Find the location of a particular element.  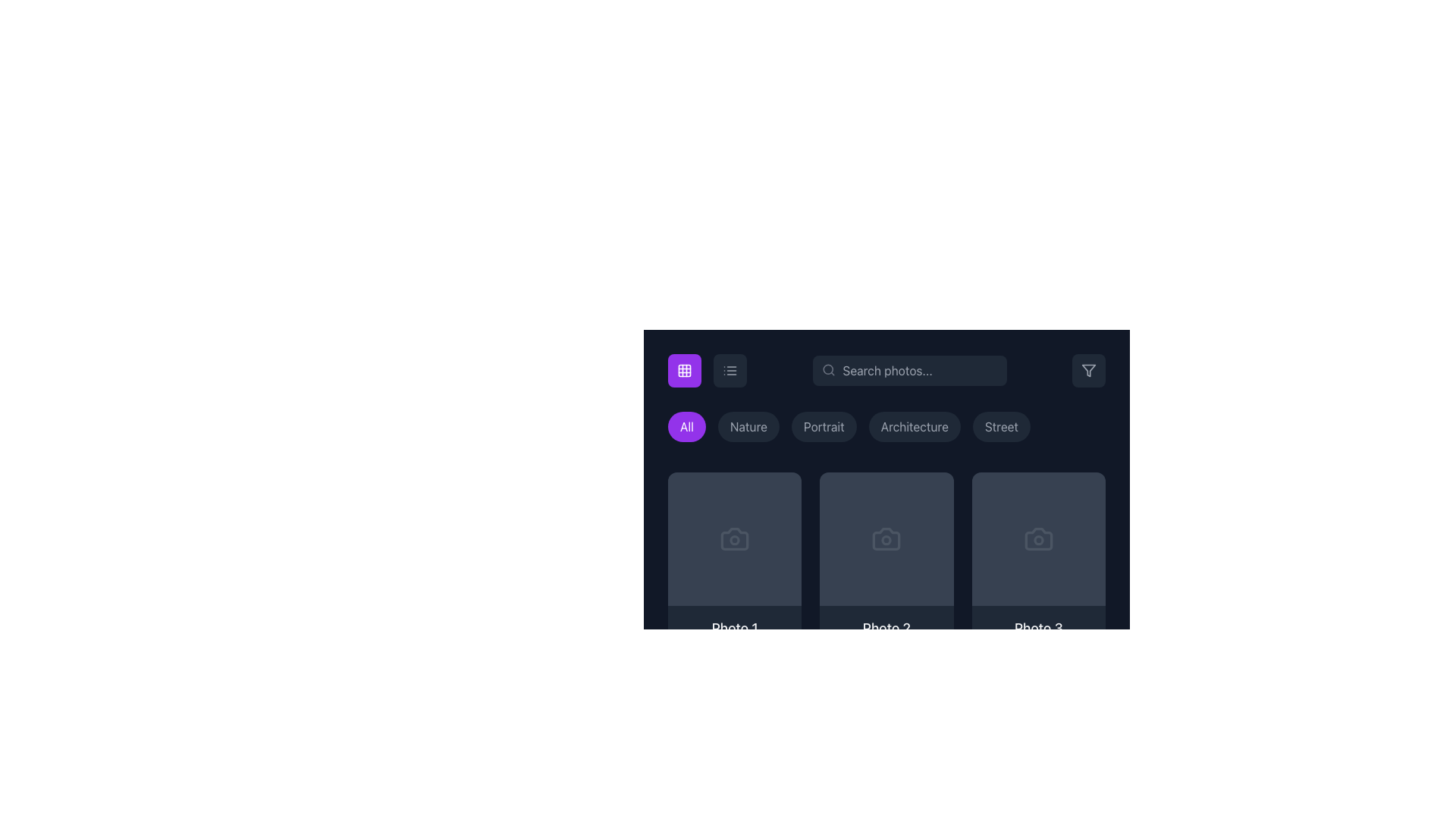

the pill-shaped button labeled 'Architecture' to change its background color is located at coordinates (886, 430).